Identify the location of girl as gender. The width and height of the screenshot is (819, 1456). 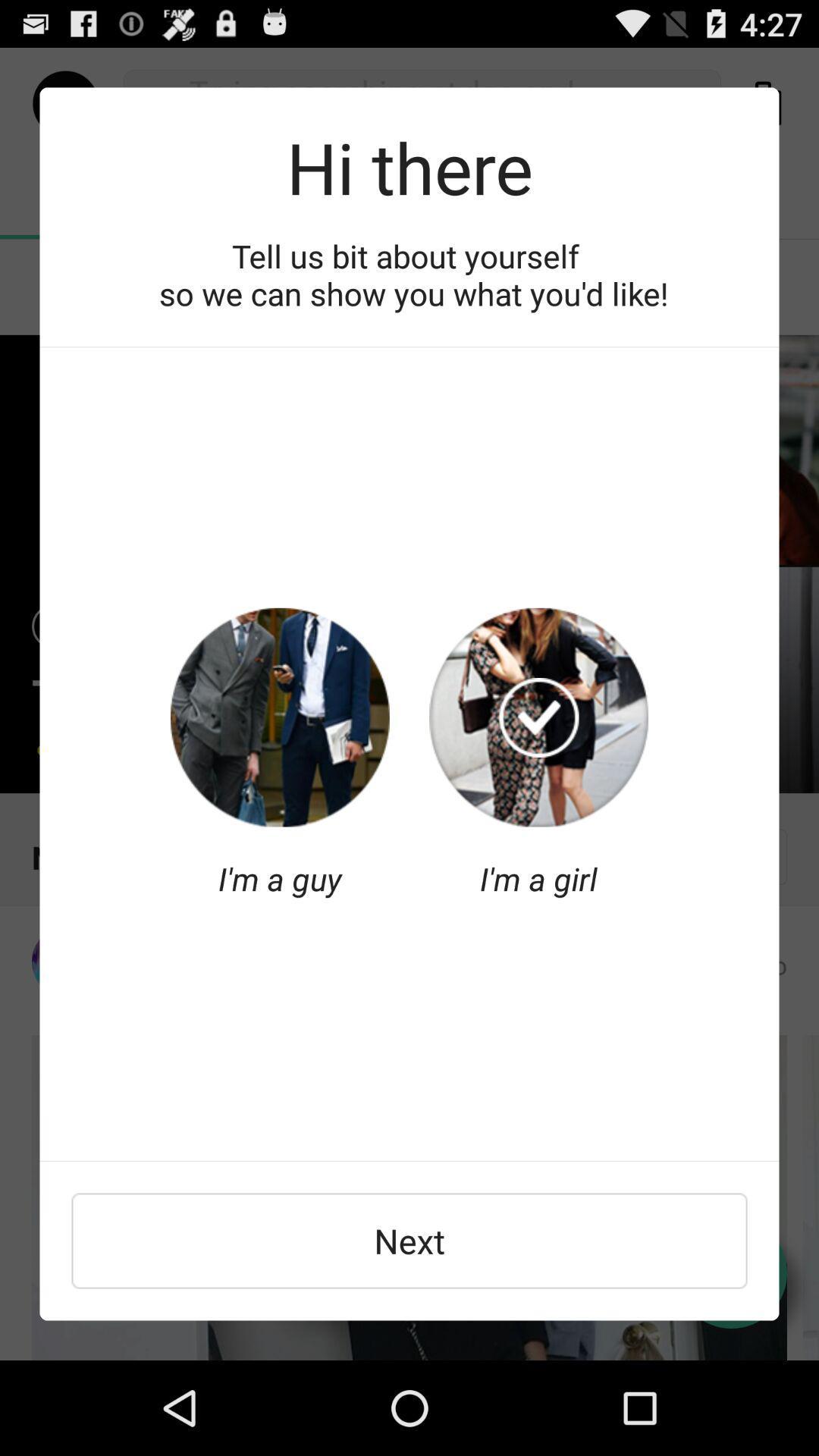
(538, 717).